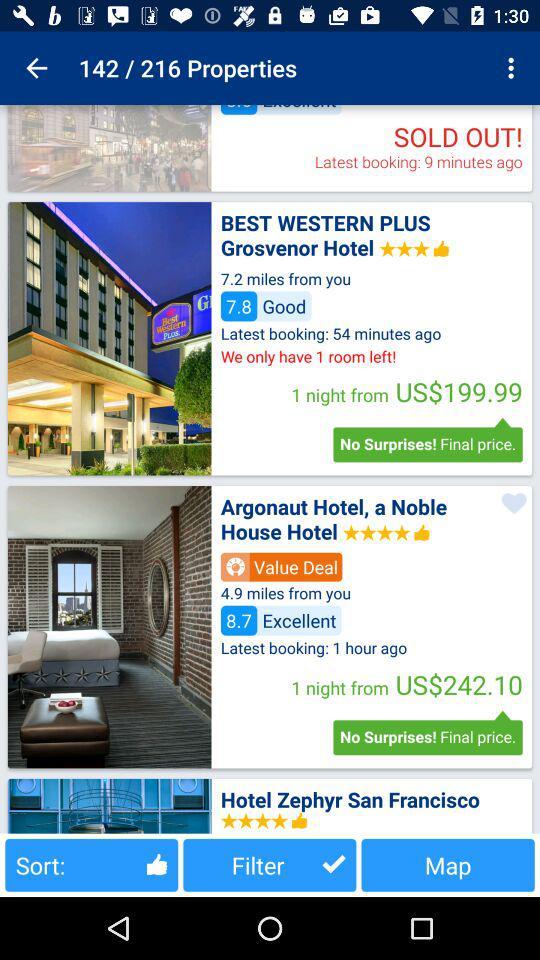  Describe the element at coordinates (109, 806) in the screenshot. I see `image of hotel` at that location.